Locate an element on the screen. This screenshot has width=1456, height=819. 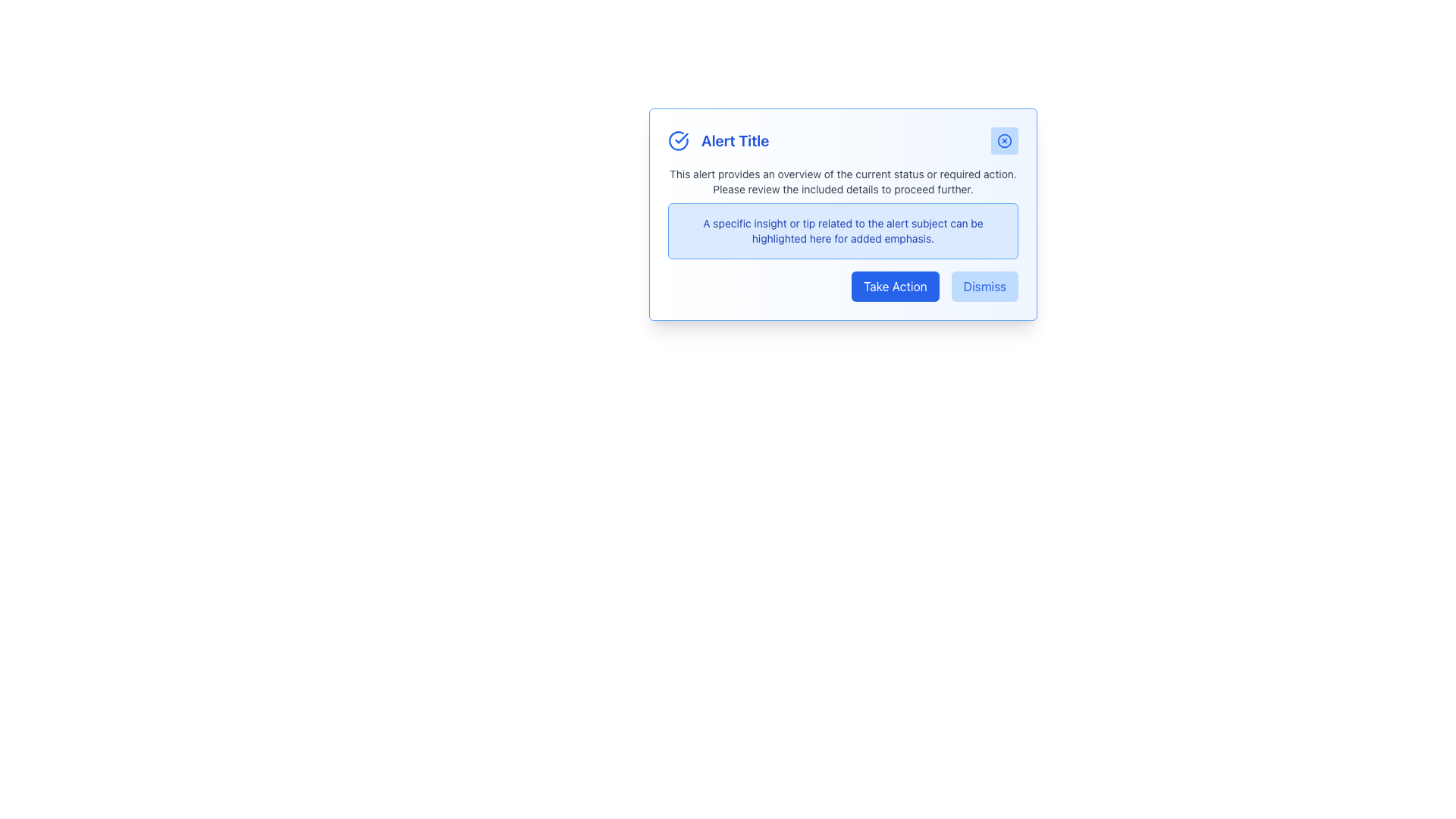
the dismiss button located at the top-right corner of the dialog box is located at coordinates (1004, 140).